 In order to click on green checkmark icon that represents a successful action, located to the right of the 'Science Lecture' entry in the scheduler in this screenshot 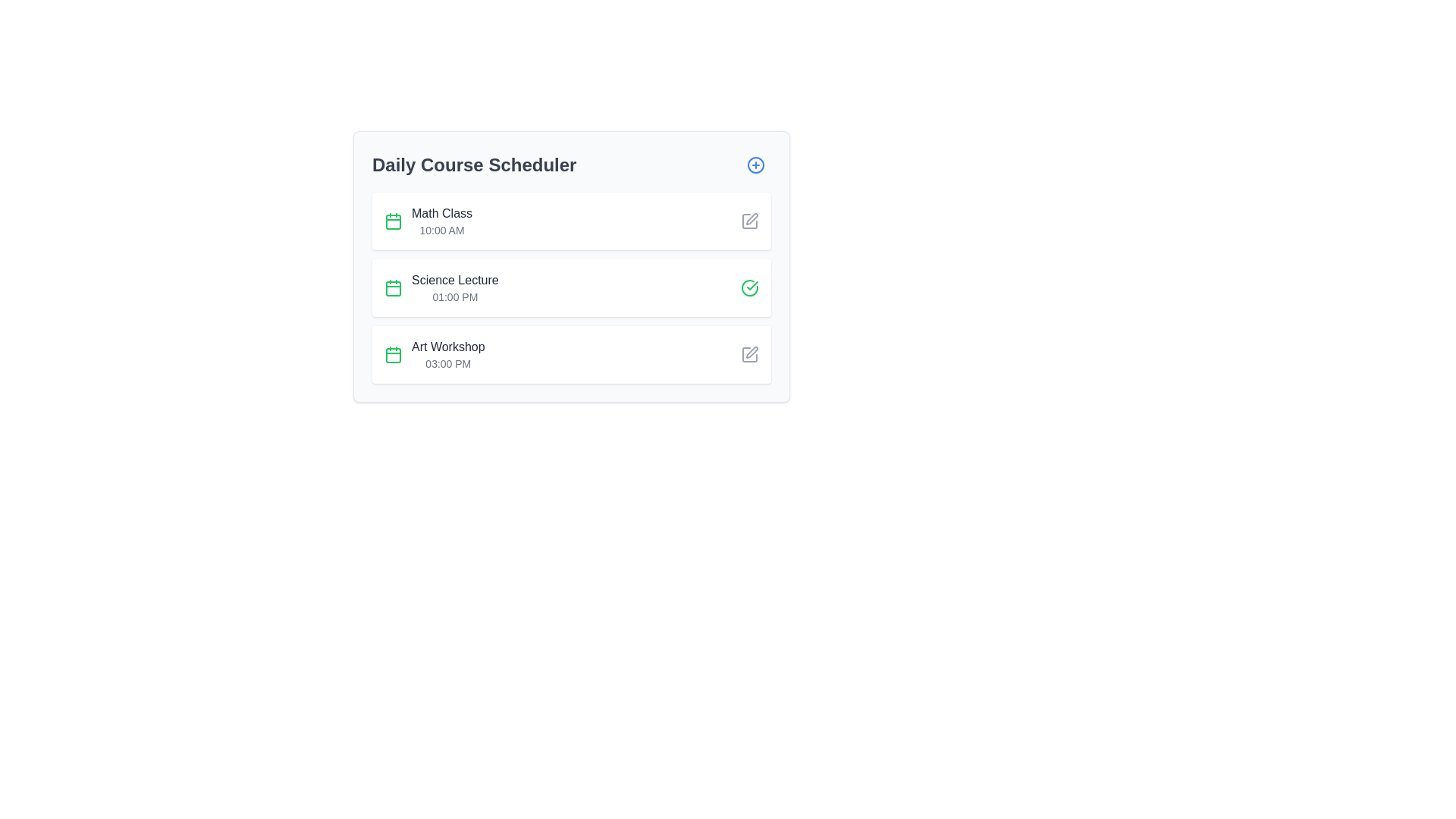, I will do `click(752, 286)`.